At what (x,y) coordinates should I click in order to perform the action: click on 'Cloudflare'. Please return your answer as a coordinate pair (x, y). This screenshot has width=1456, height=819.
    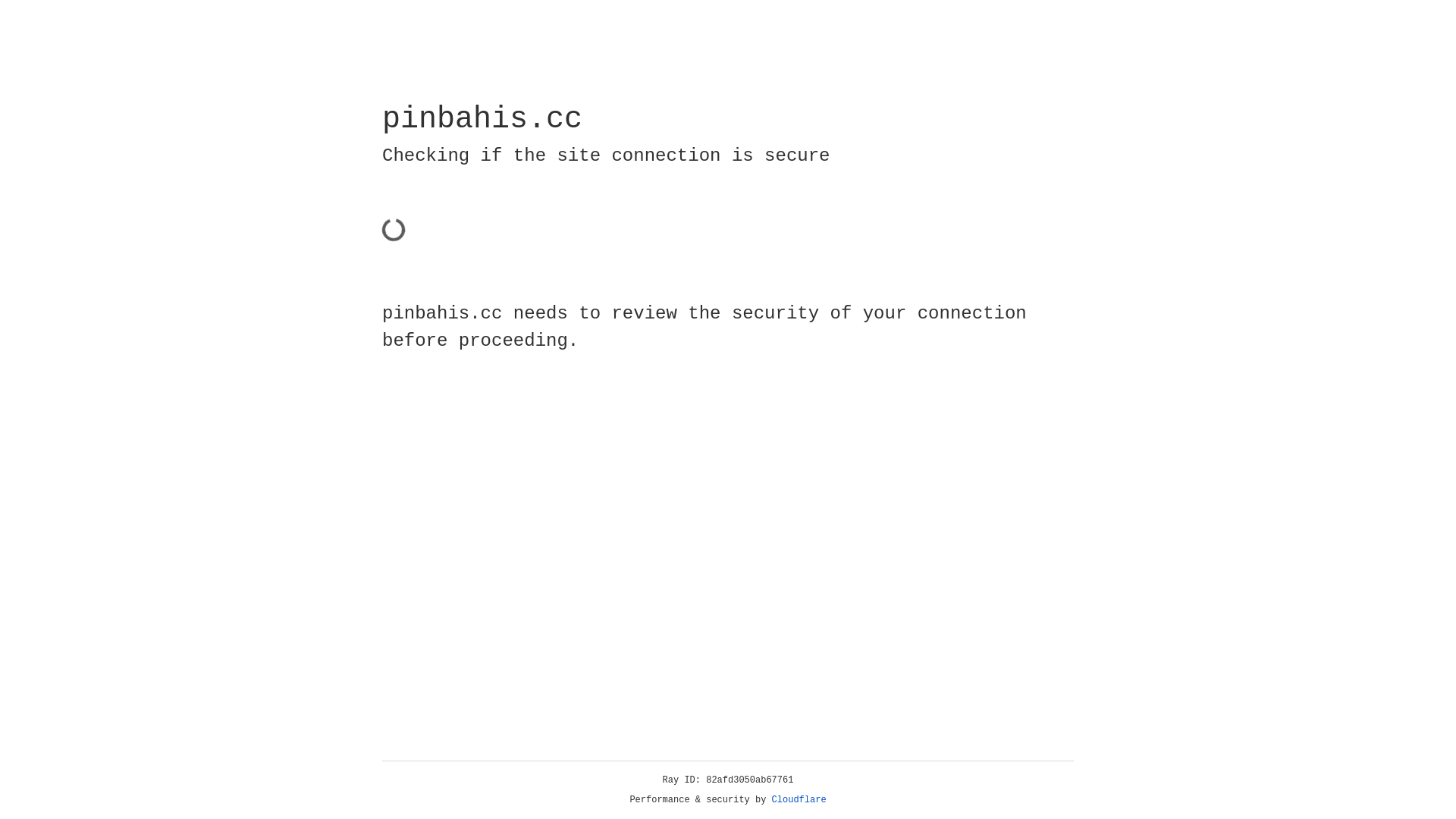
    Looking at the image, I should click on (799, 799).